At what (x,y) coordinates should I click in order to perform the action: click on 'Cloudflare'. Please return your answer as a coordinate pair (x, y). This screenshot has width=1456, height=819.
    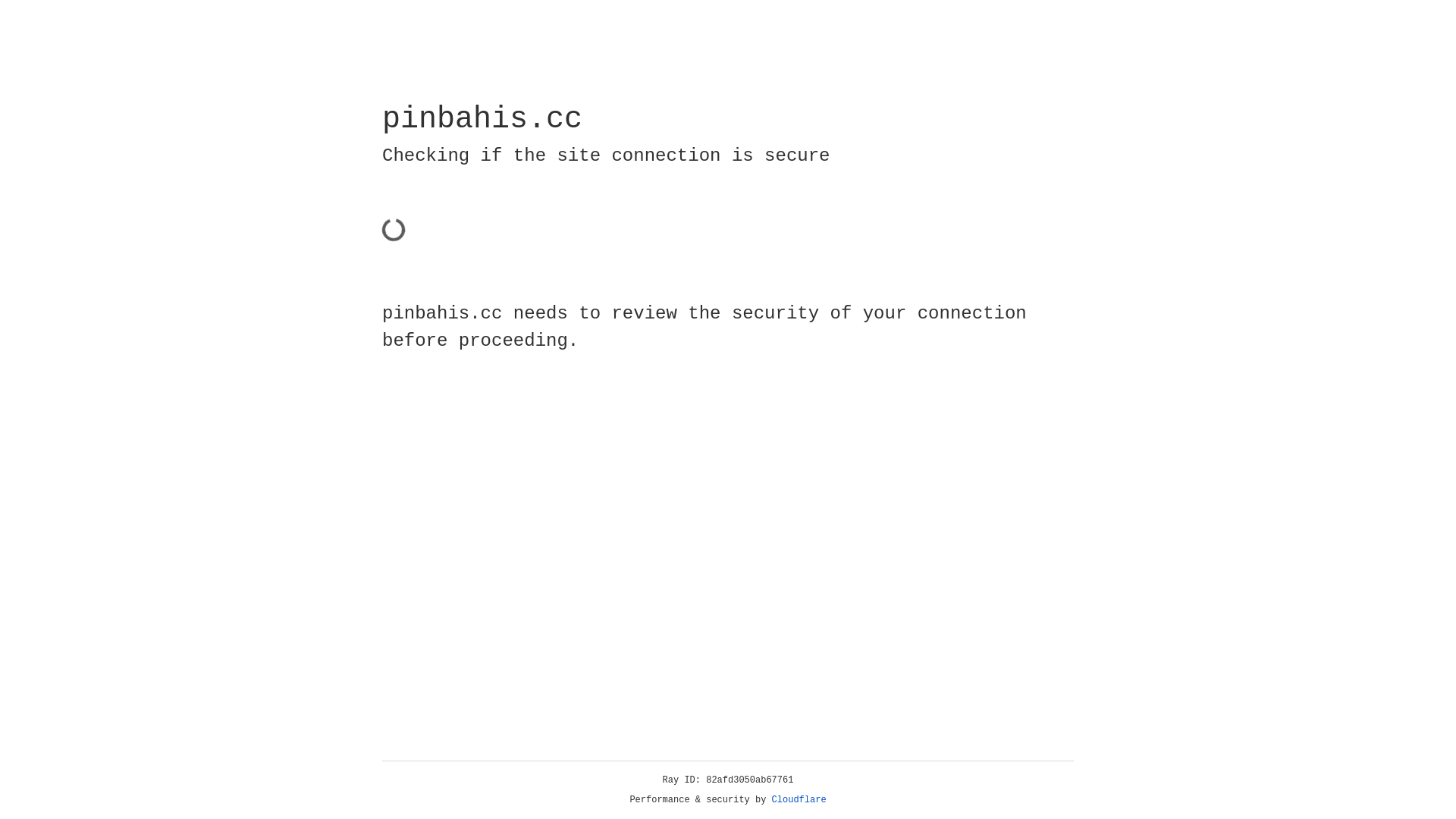
    Looking at the image, I should click on (799, 799).